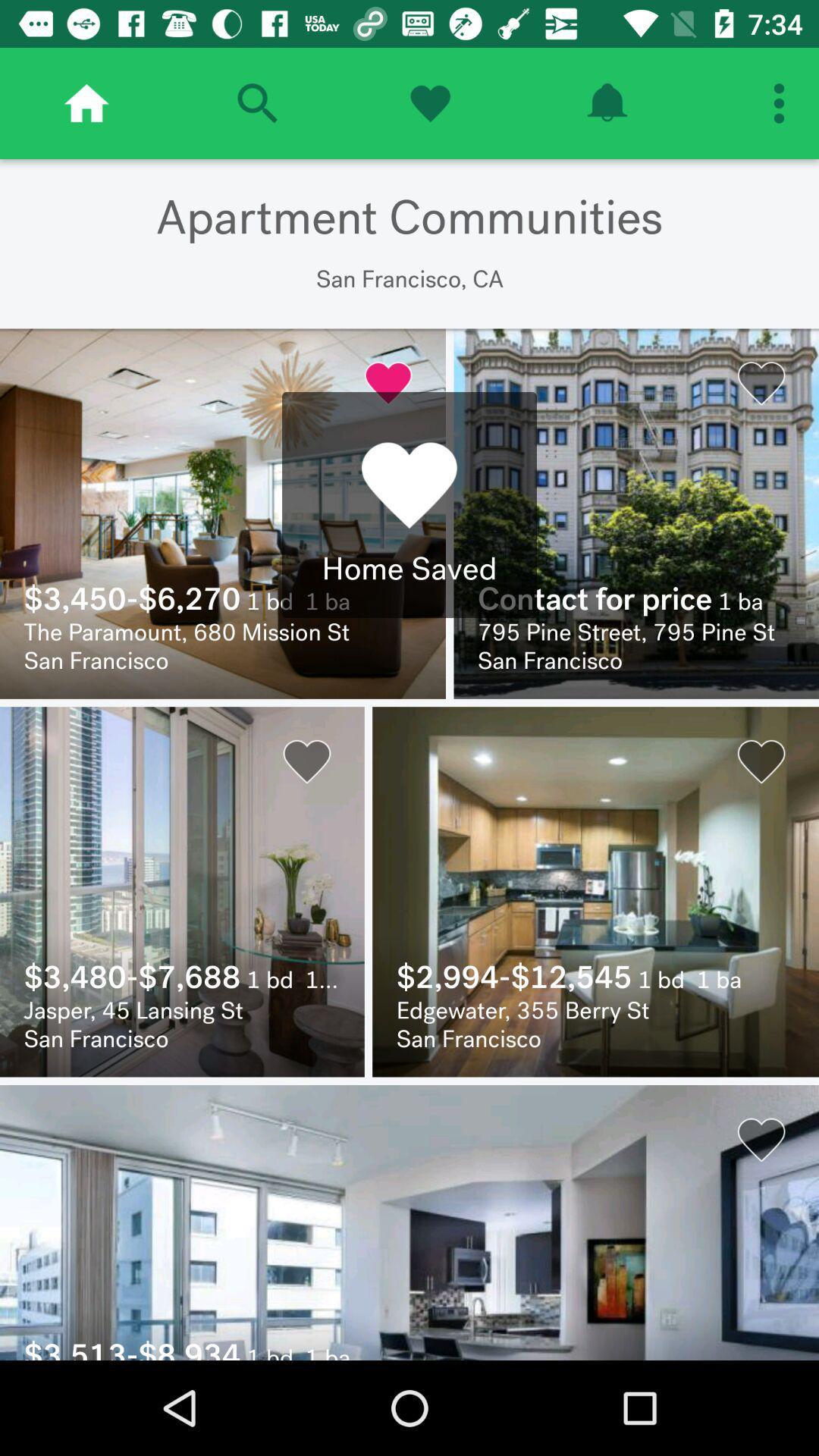 This screenshot has width=819, height=1456. What do you see at coordinates (430, 102) in the screenshot?
I see `home` at bounding box center [430, 102].